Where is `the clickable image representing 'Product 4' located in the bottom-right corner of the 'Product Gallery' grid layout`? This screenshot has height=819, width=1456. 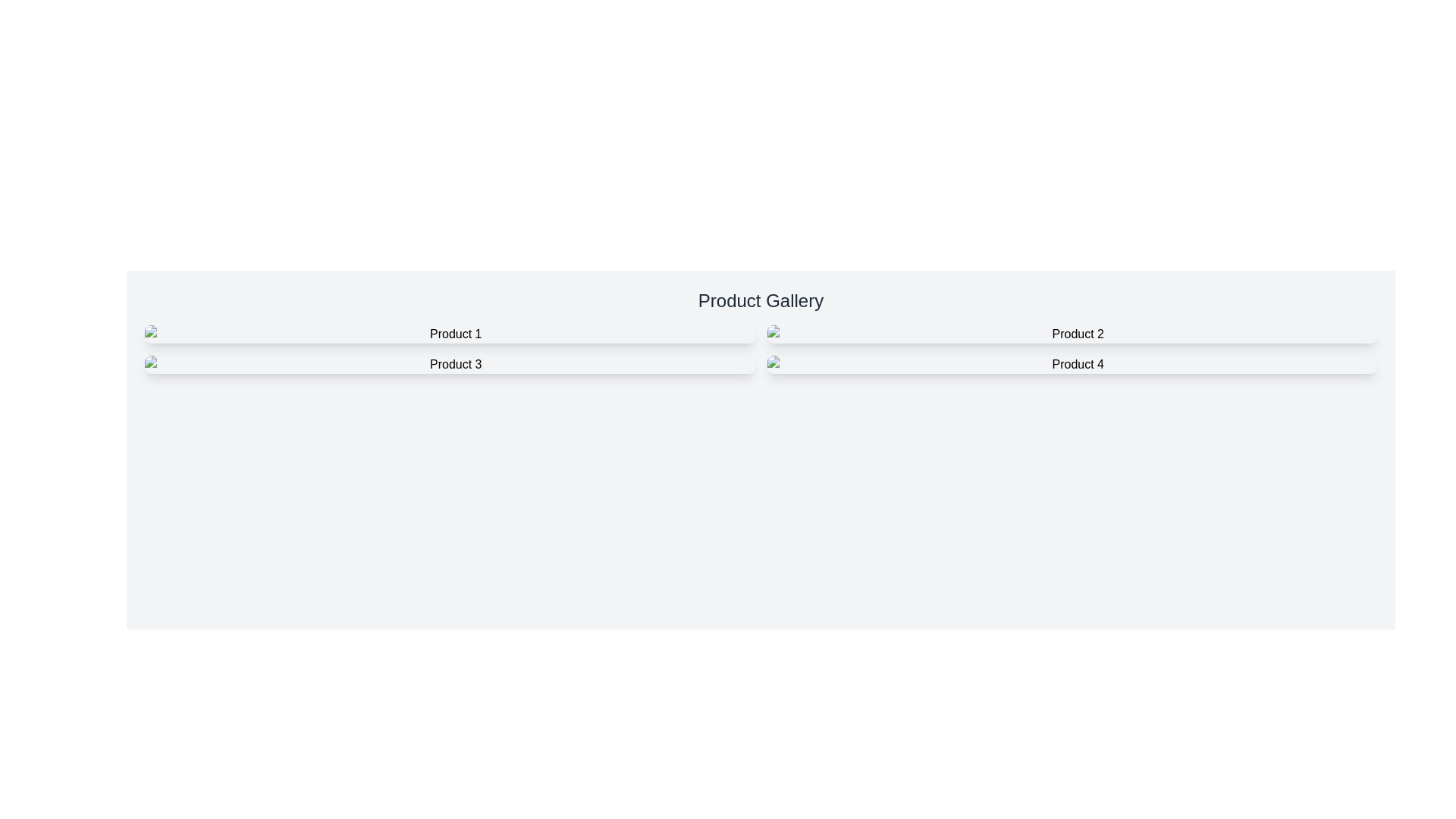
the clickable image representing 'Product 4' located in the bottom-right corner of the 'Product Gallery' grid layout is located at coordinates (1071, 365).